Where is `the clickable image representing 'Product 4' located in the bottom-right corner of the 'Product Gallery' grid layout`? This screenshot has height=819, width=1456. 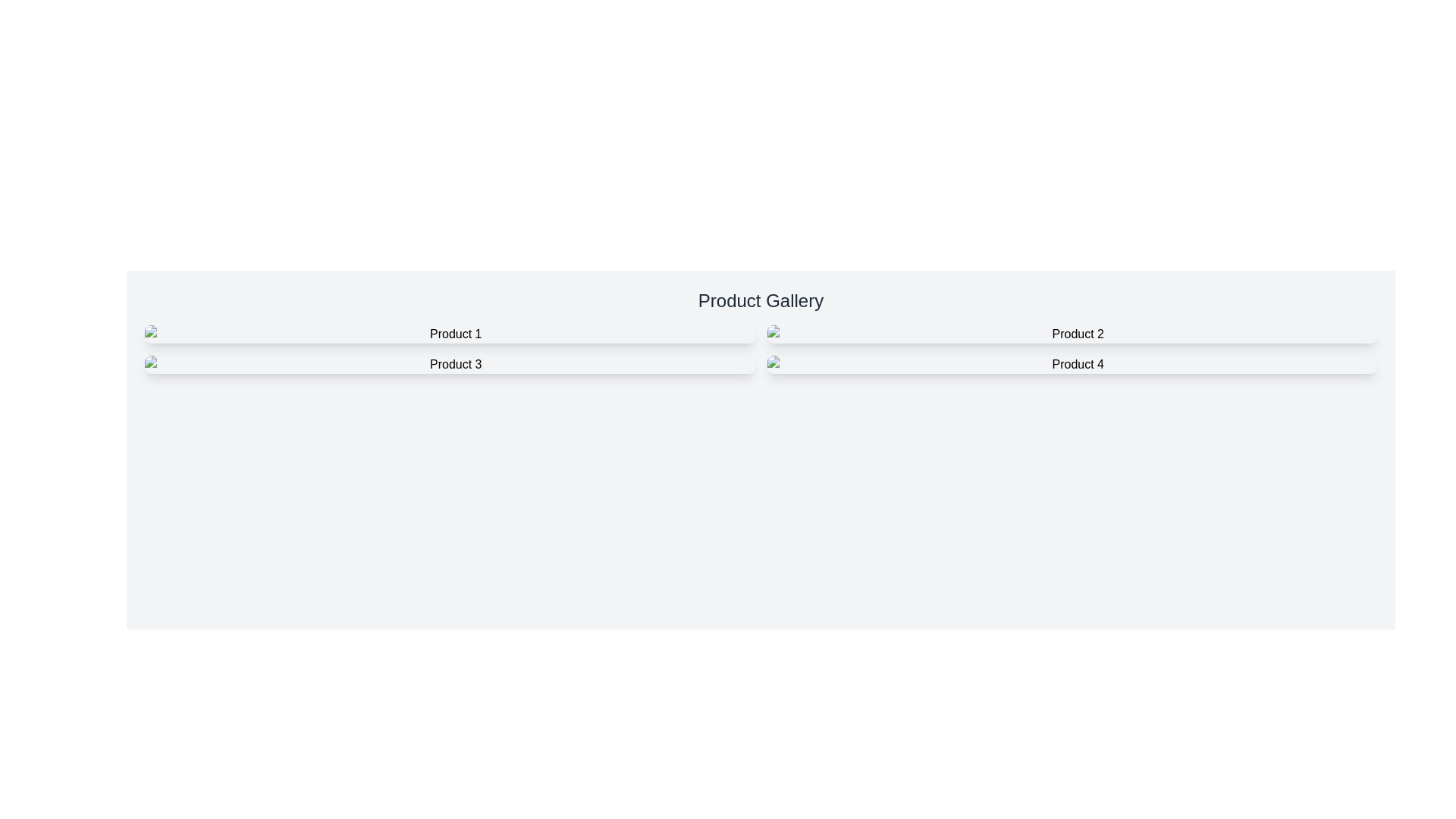
the clickable image representing 'Product 4' located in the bottom-right corner of the 'Product Gallery' grid layout is located at coordinates (1071, 365).